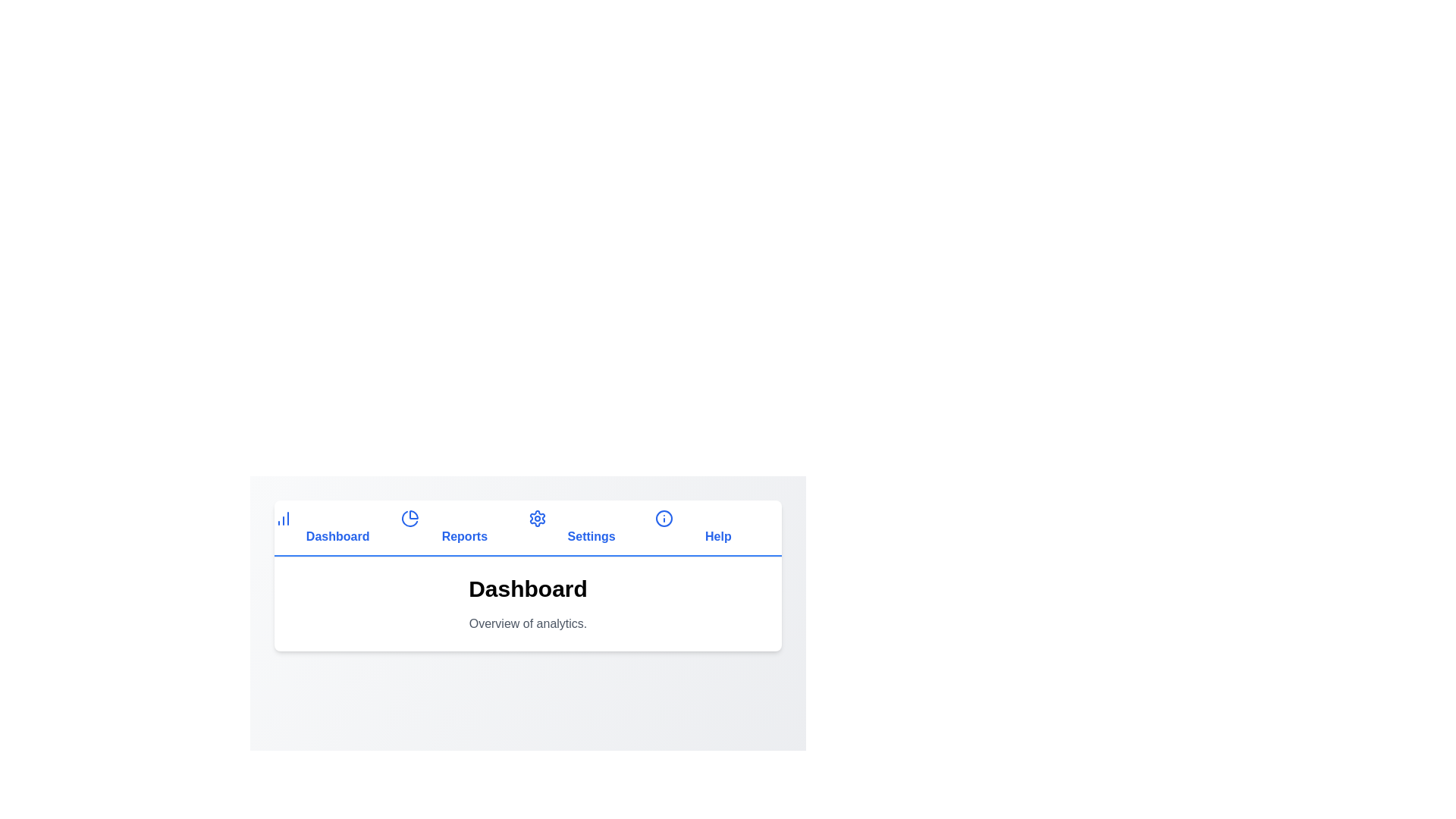 The height and width of the screenshot is (819, 1456). What do you see at coordinates (528, 604) in the screenshot?
I see `the Text block that serves as a title and brief description for the 'Dashboard' section, located centrally in the lower section of a rectangular card beneath the menu bar` at bounding box center [528, 604].